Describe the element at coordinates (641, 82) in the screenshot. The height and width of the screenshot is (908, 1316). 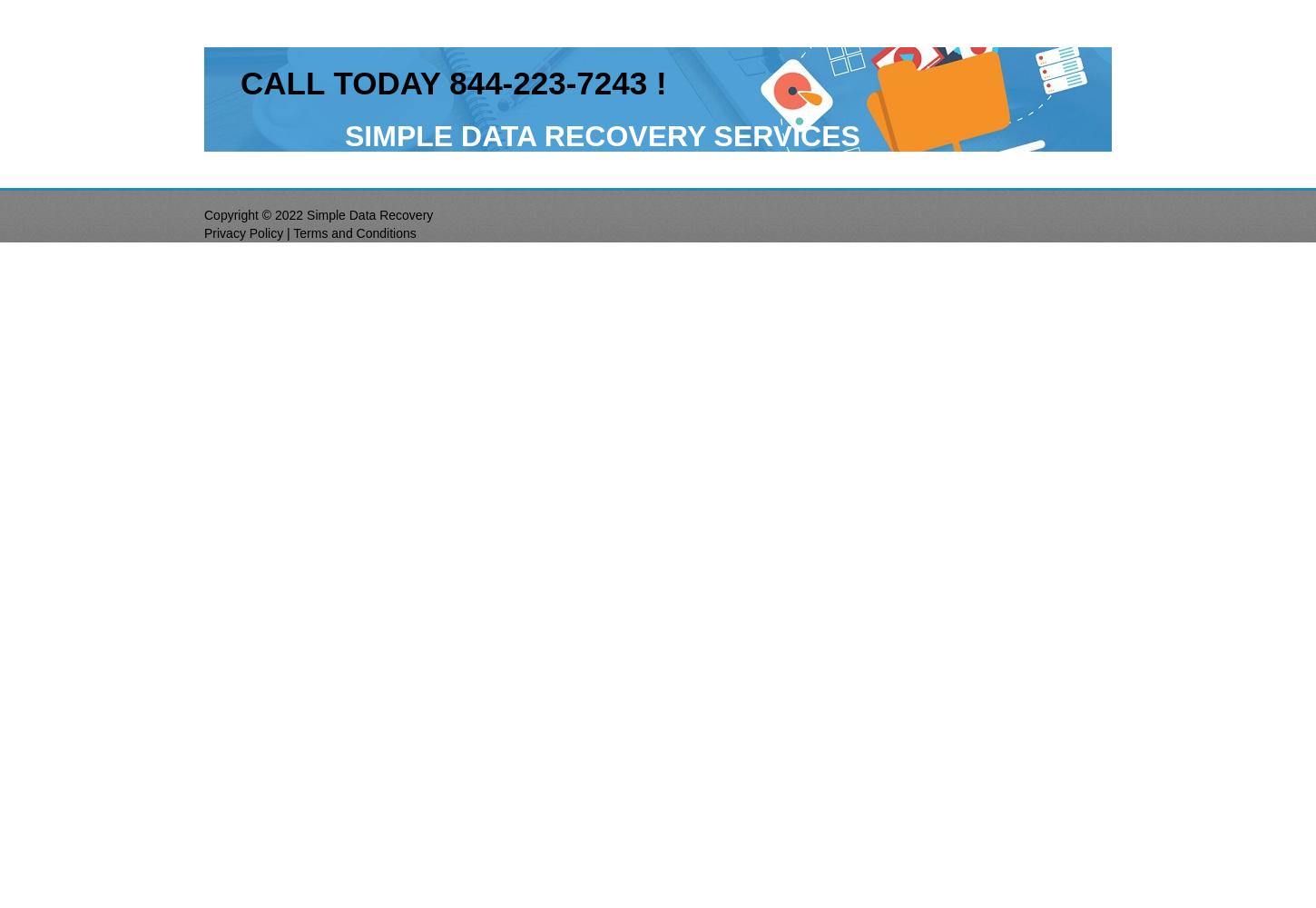
I see `'3'` at that location.